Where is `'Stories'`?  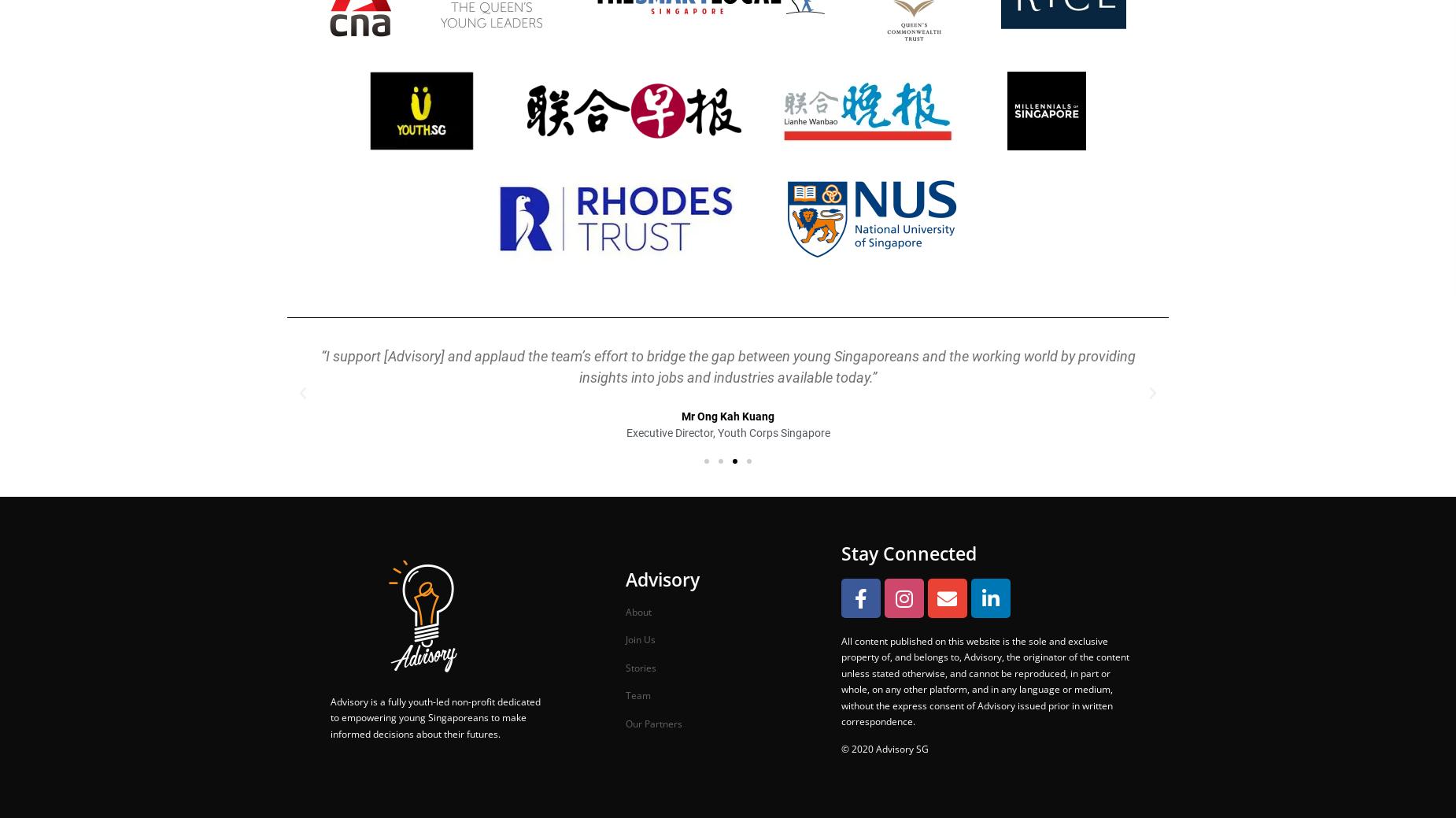
'Stories' is located at coordinates (625, 666).